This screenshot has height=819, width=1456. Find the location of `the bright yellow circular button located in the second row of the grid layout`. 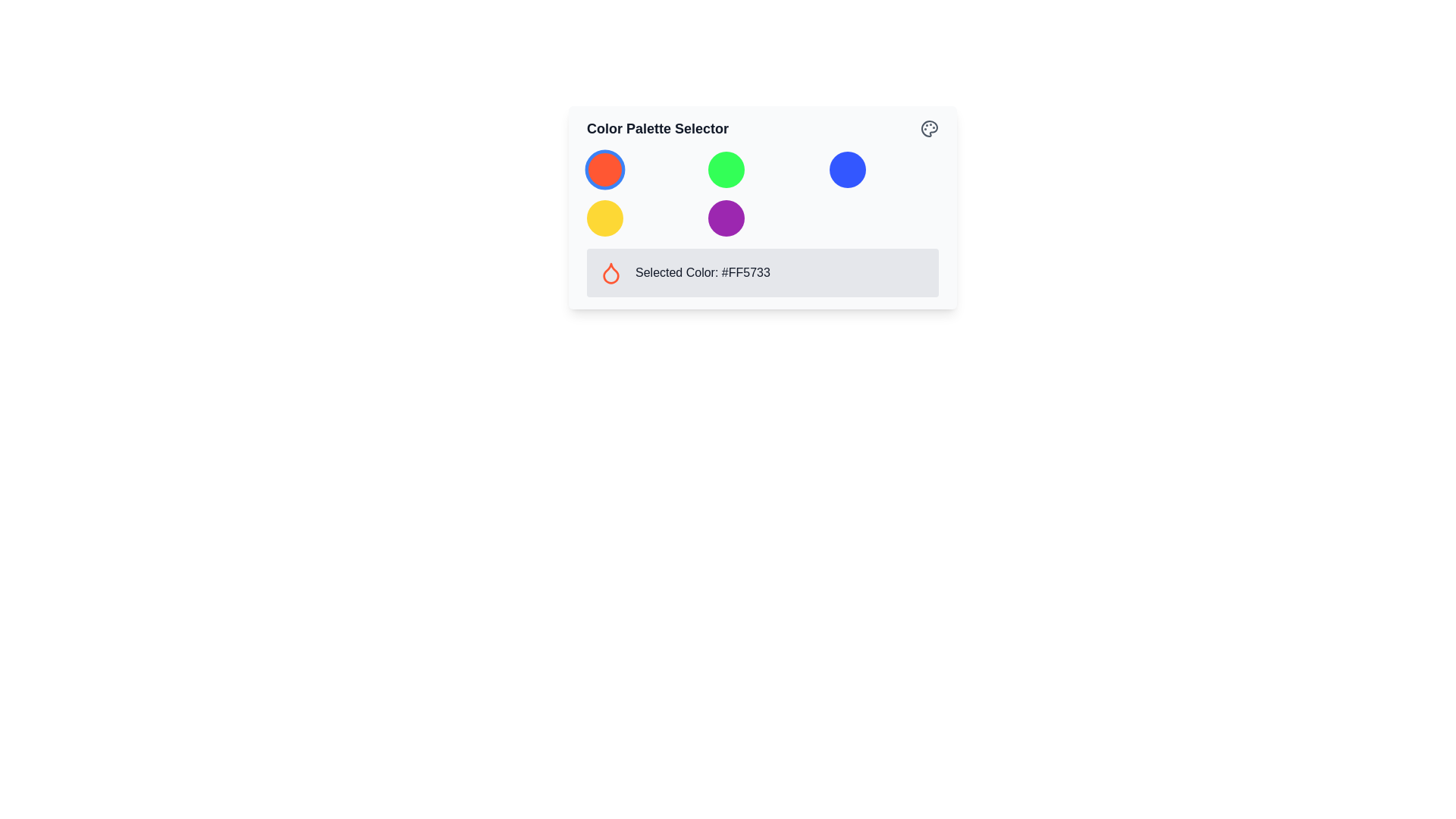

the bright yellow circular button located in the second row of the grid layout is located at coordinates (604, 218).